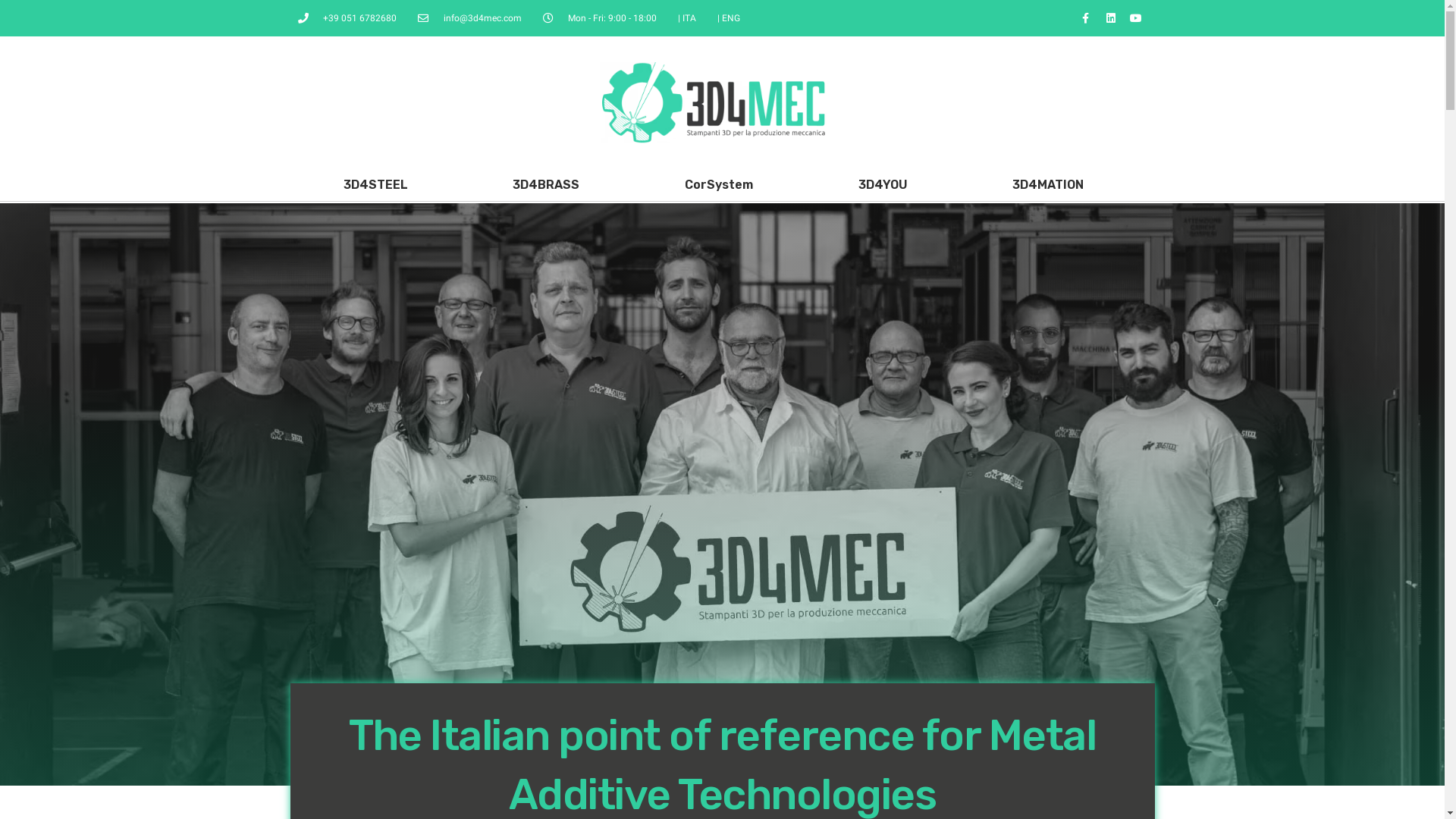 Image resolution: width=1456 pixels, height=819 pixels. I want to click on '| ENG', so click(716, 17).